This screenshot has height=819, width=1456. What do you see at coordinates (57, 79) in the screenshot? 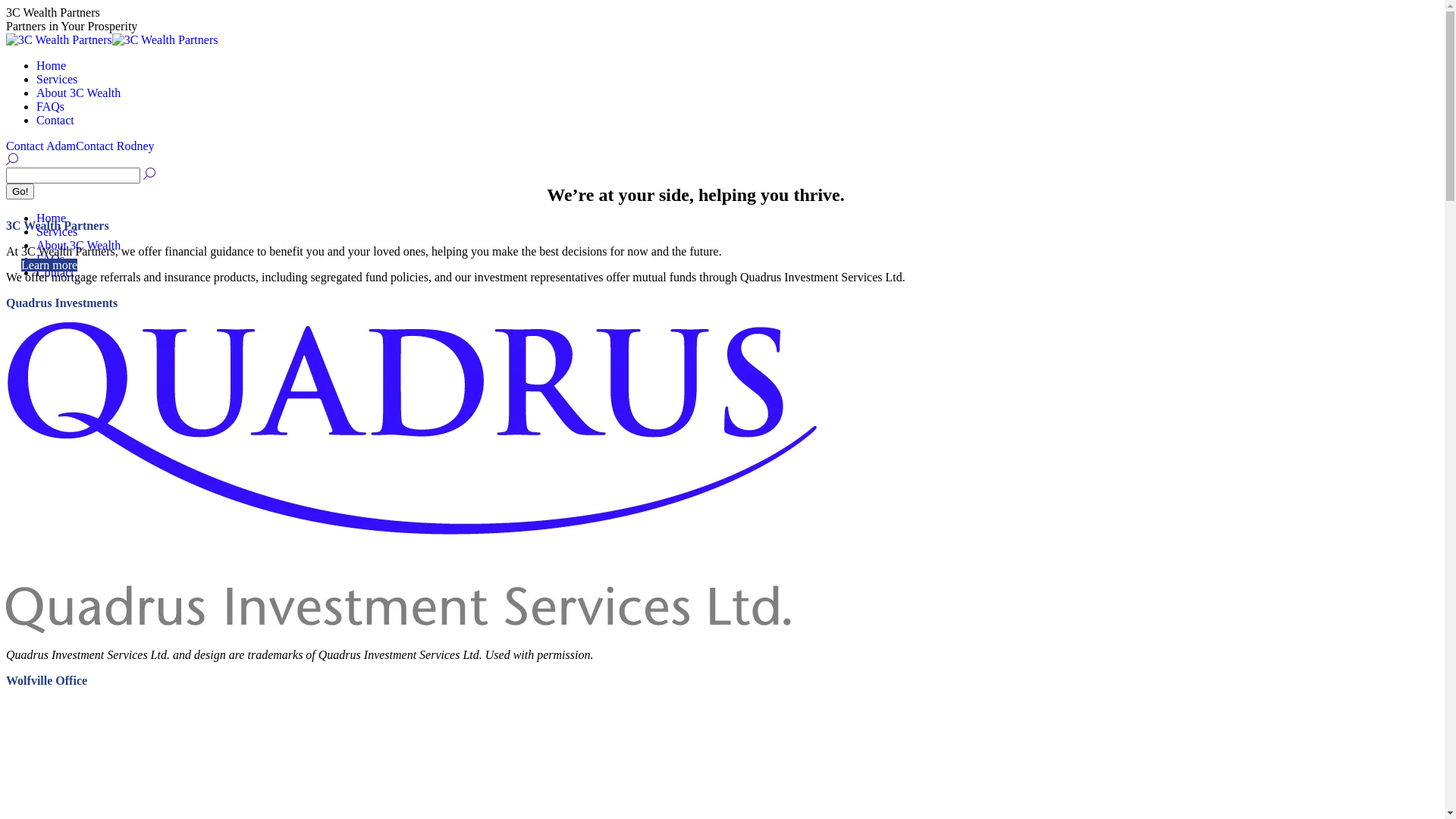
I see `'Services'` at bounding box center [57, 79].